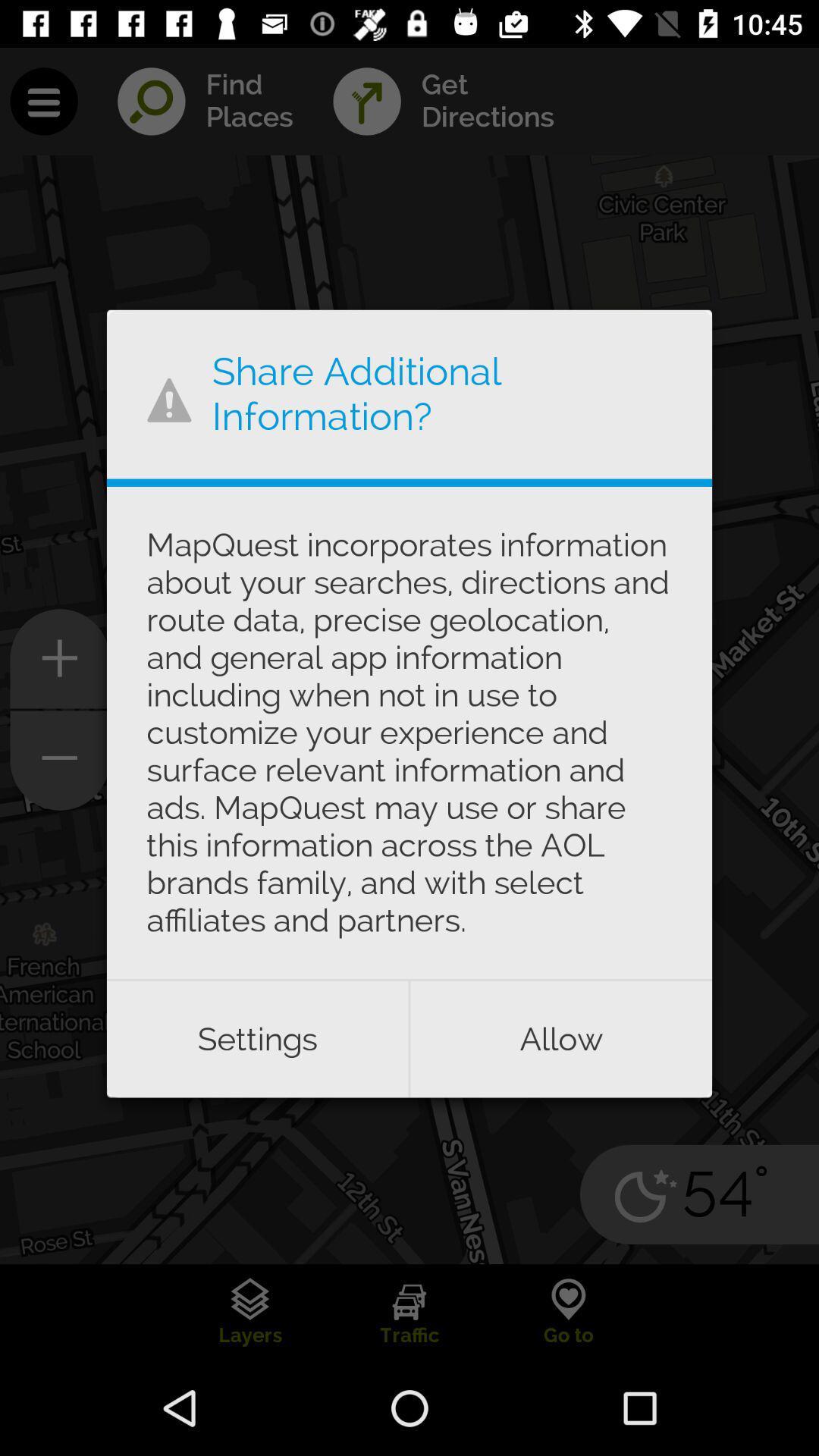 This screenshot has width=819, height=1456. What do you see at coordinates (561, 1038) in the screenshot?
I see `the allow item` at bounding box center [561, 1038].